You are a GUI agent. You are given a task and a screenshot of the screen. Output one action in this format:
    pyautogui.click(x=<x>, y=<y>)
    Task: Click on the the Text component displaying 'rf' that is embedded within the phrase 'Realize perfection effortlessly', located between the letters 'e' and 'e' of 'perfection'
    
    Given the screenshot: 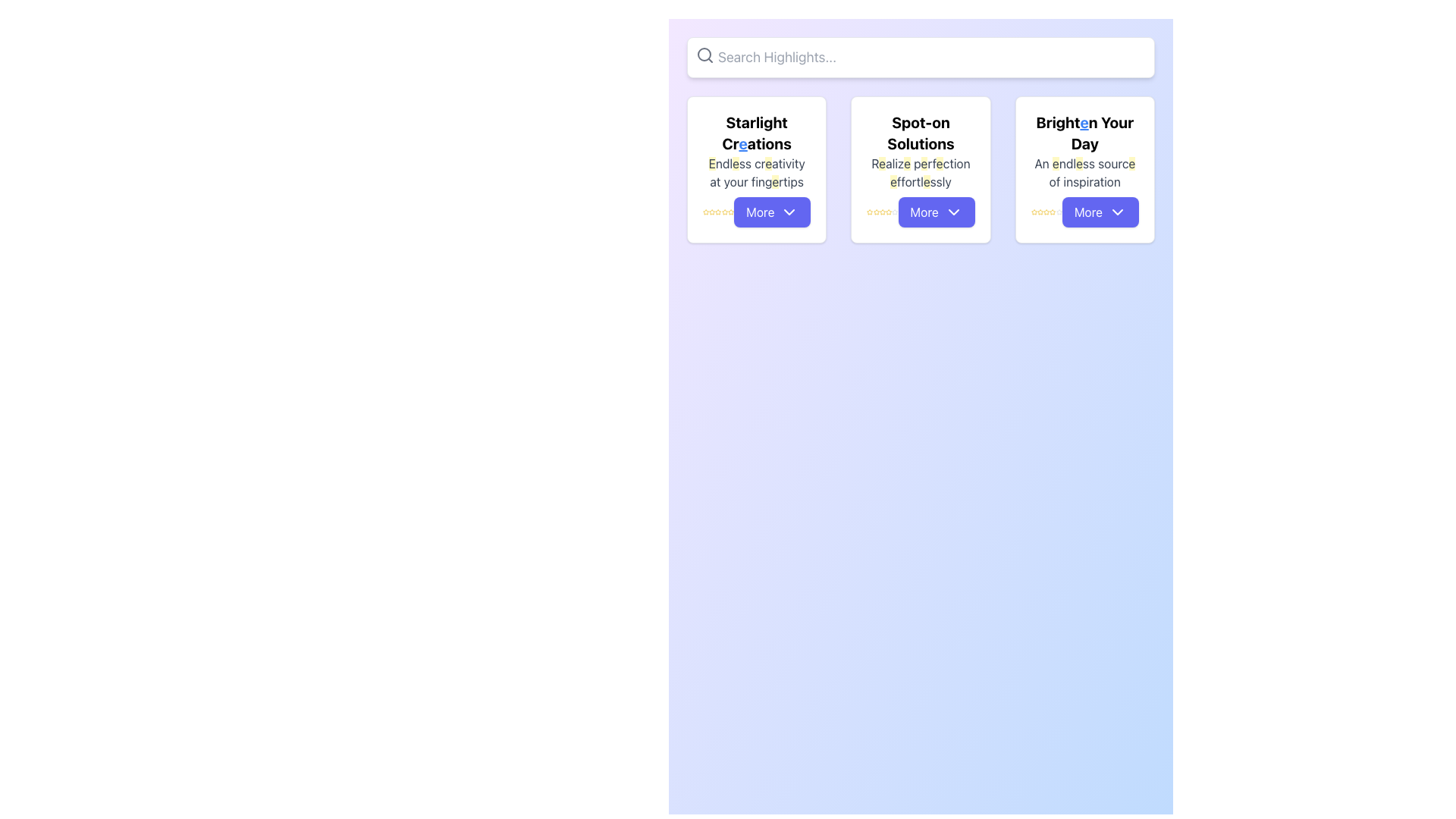 What is the action you would take?
    pyautogui.click(x=930, y=164)
    